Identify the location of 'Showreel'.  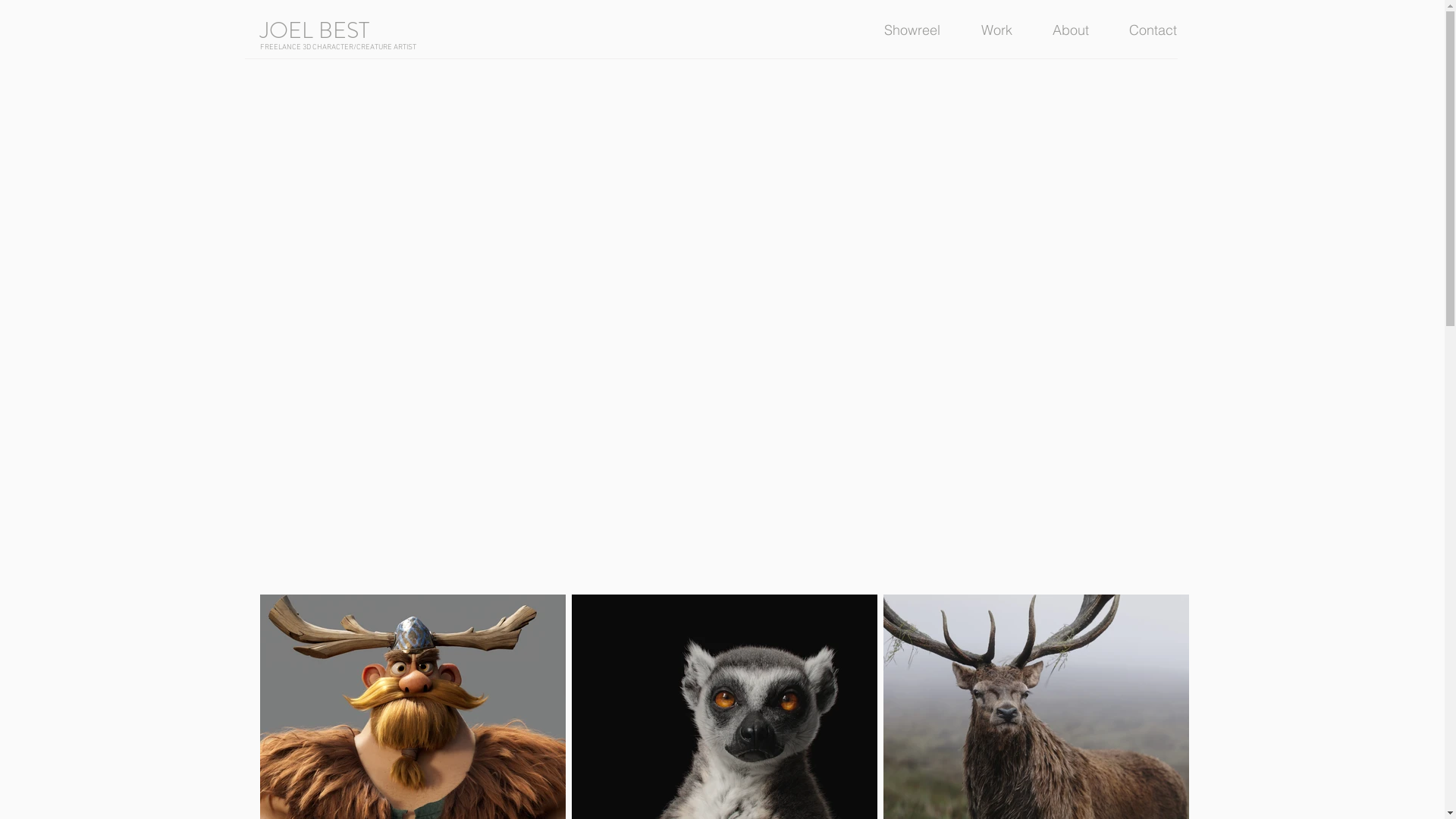
(920, 30).